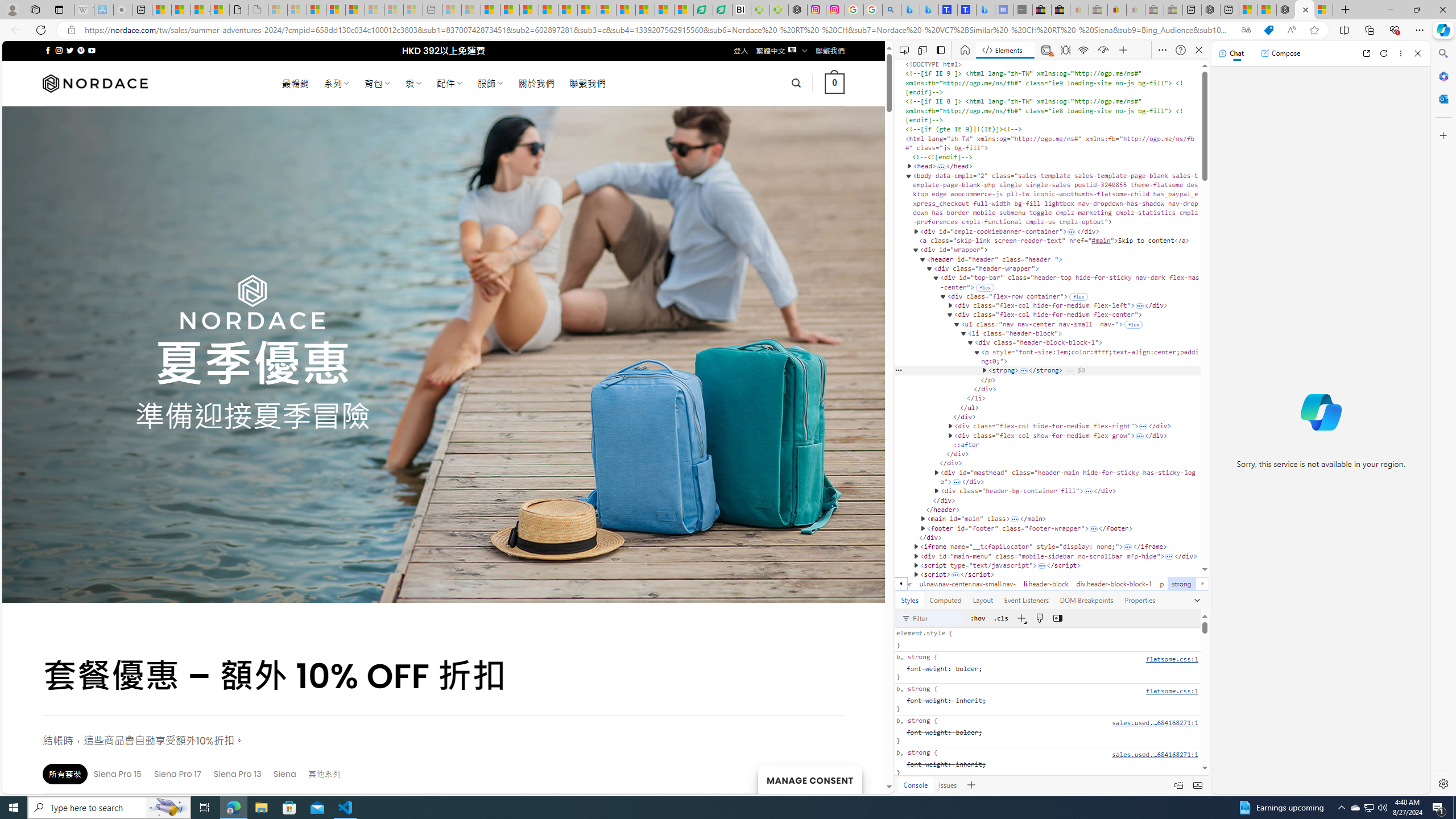  Describe the element at coordinates (1046, 640) in the screenshot. I see `'element.style, css selector'` at that location.